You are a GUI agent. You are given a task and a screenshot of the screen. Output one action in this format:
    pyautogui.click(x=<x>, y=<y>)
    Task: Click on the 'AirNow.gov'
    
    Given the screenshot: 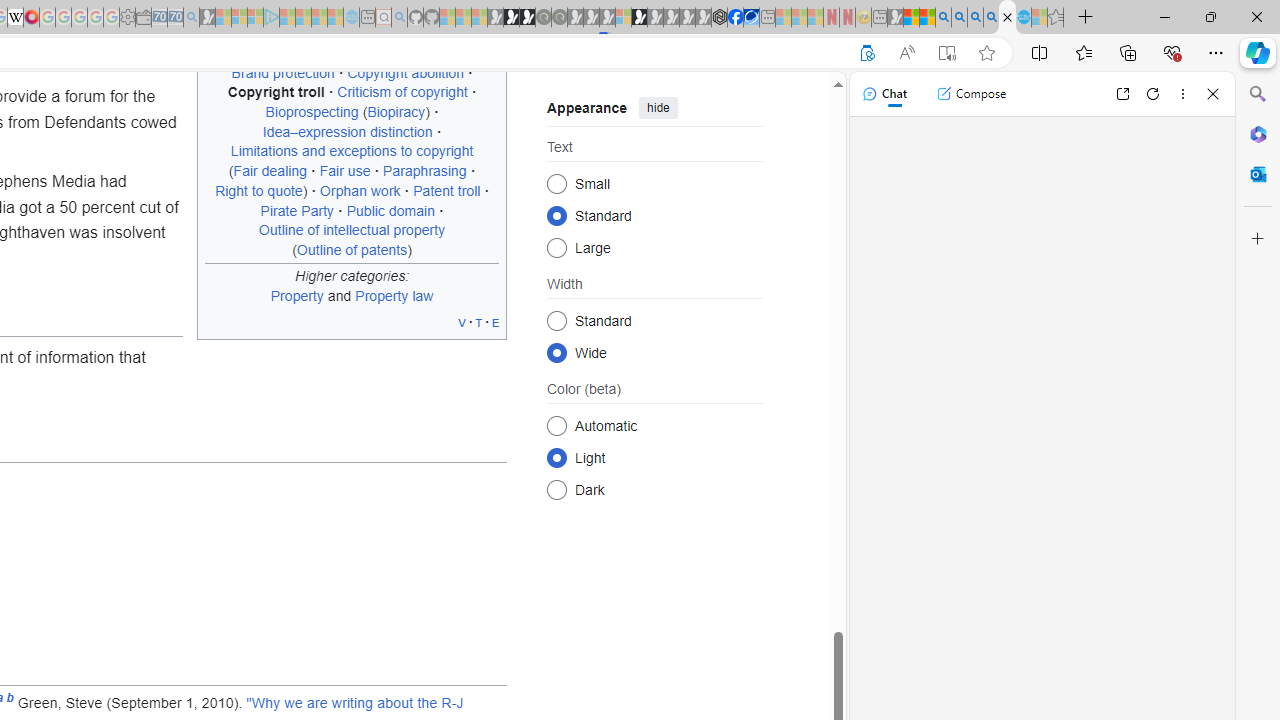 What is the action you would take?
    pyautogui.click(x=750, y=17)
    